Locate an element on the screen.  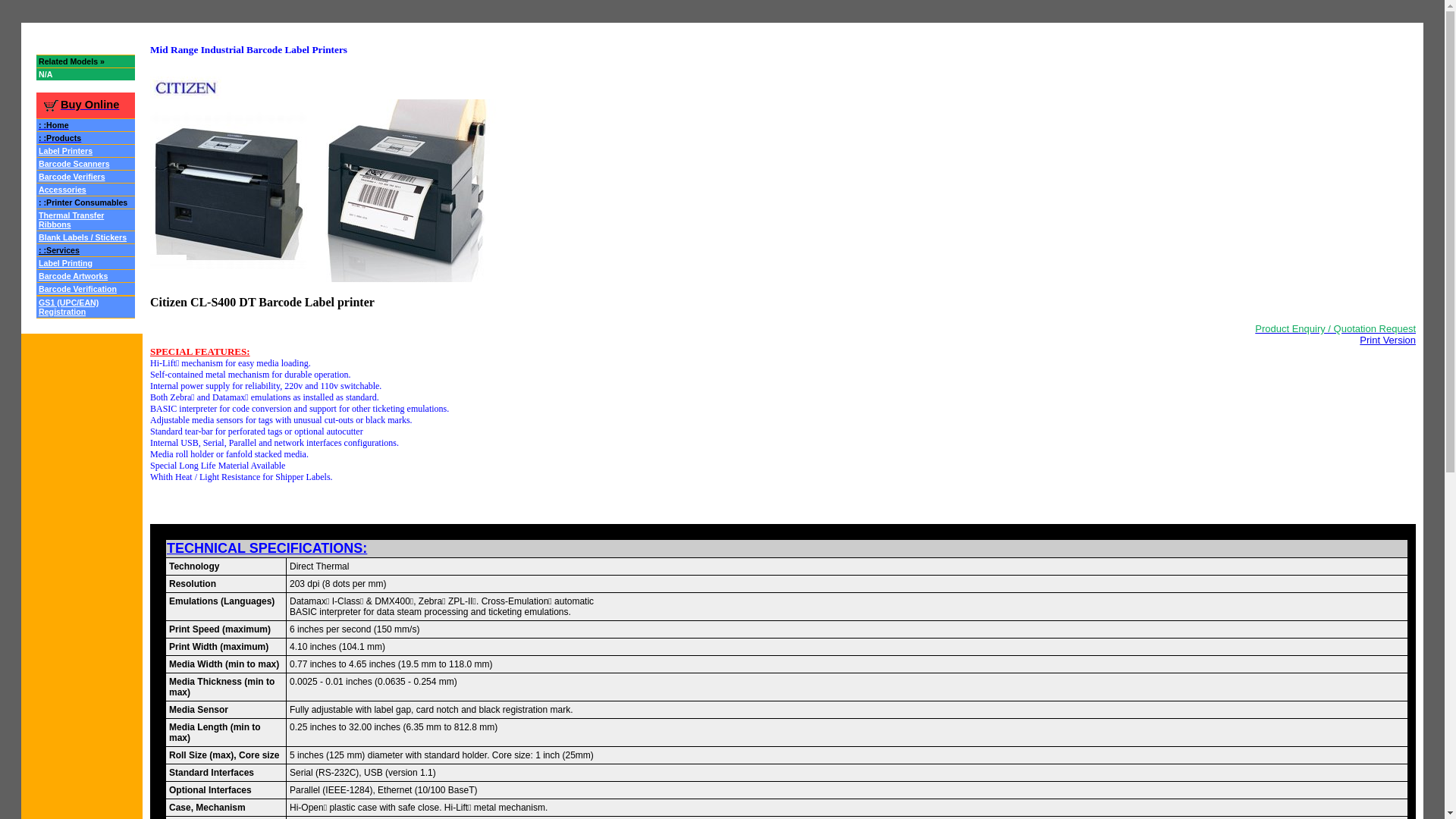
': :Home' is located at coordinates (54, 123).